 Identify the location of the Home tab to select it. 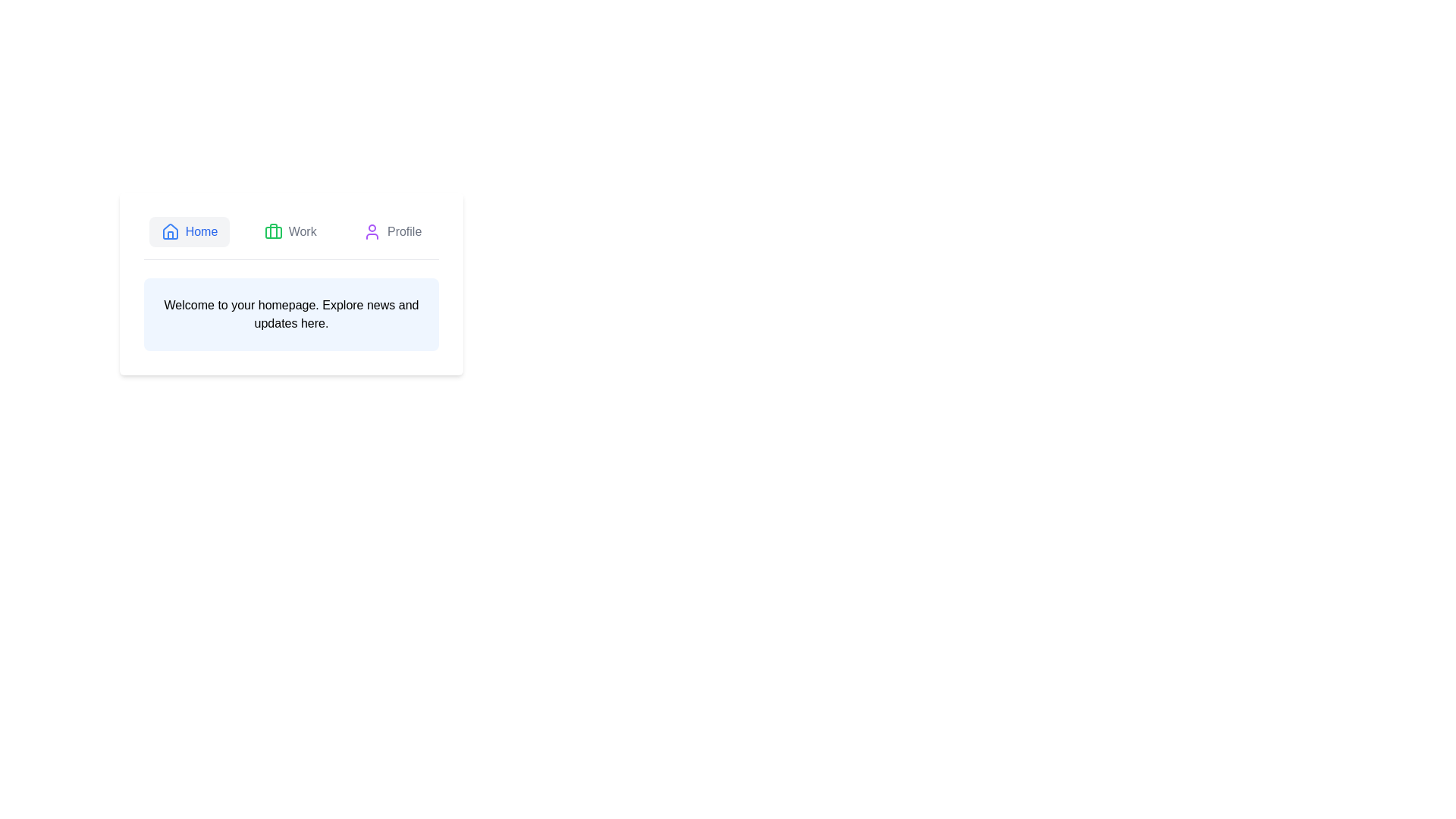
(188, 231).